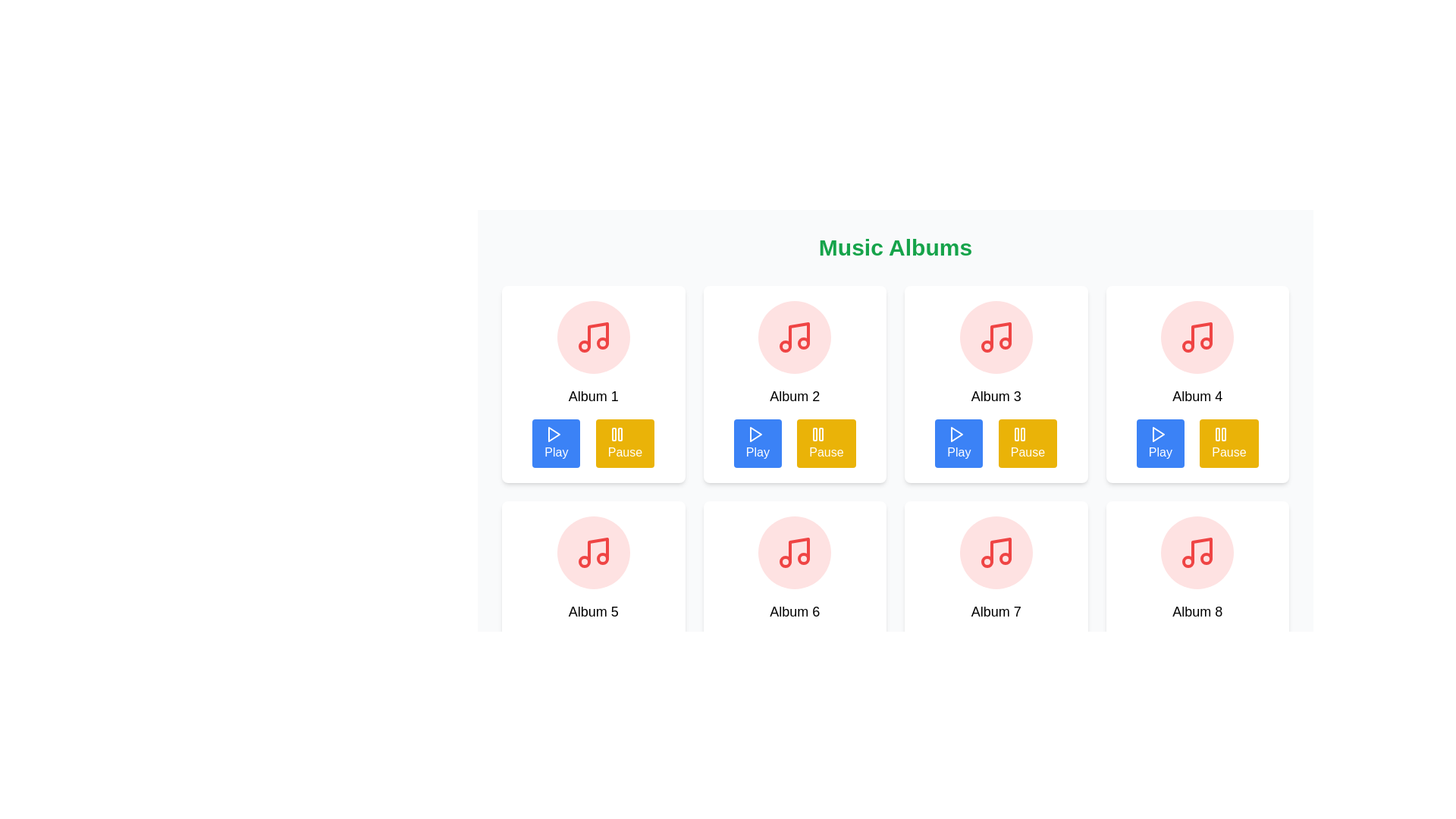 The image size is (1456, 819). Describe the element at coordinates (1159, 444) in the screenshot. I see `the play button located in the bottom-right corner of the 'Album 4' card to initiate playback of the album` at that location.